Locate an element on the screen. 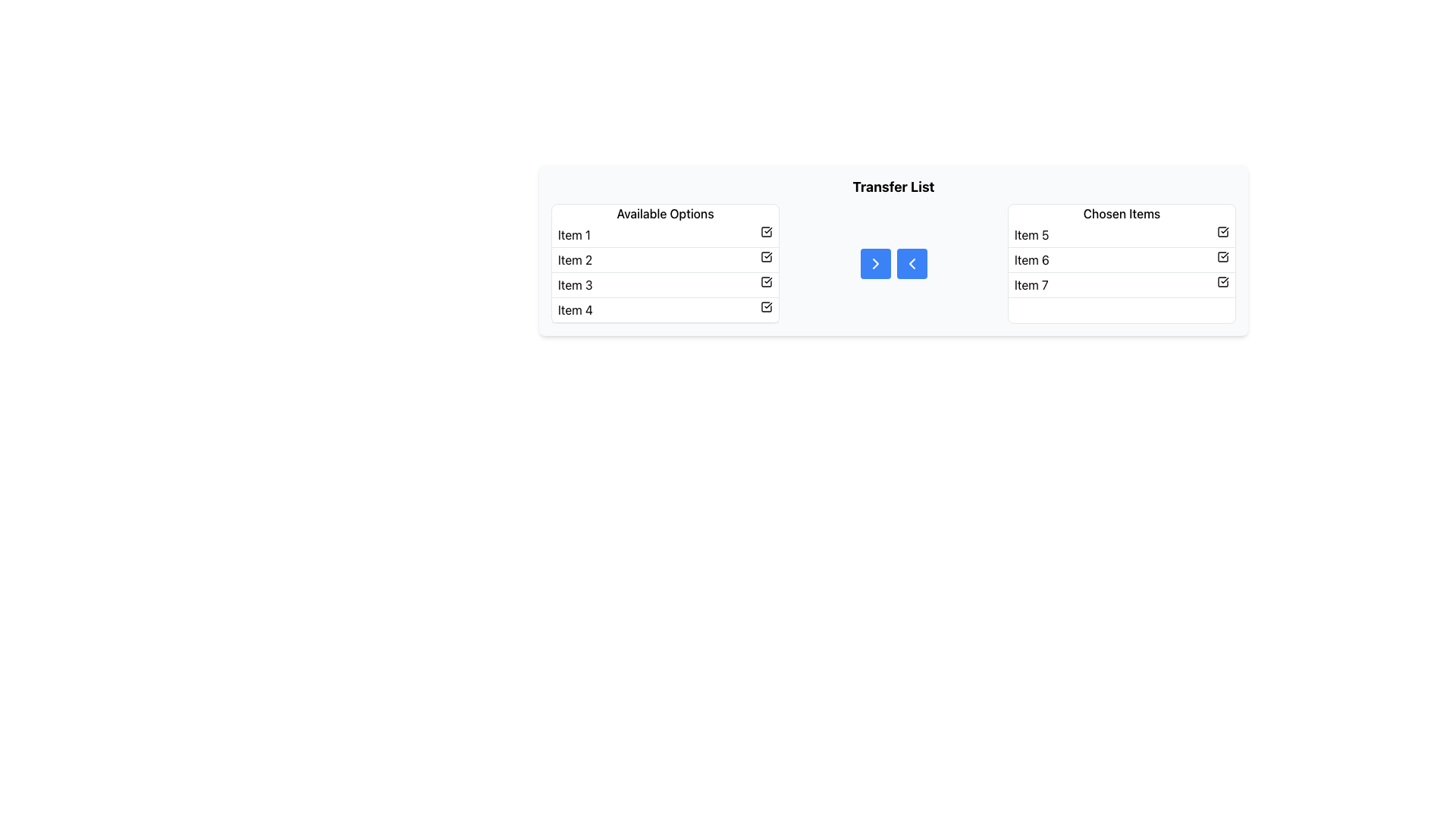  the checkbox with a check mark indicating the selected state next to the label 'Item 1' in the 'Available Options' list is located at coordinates (767, 231).